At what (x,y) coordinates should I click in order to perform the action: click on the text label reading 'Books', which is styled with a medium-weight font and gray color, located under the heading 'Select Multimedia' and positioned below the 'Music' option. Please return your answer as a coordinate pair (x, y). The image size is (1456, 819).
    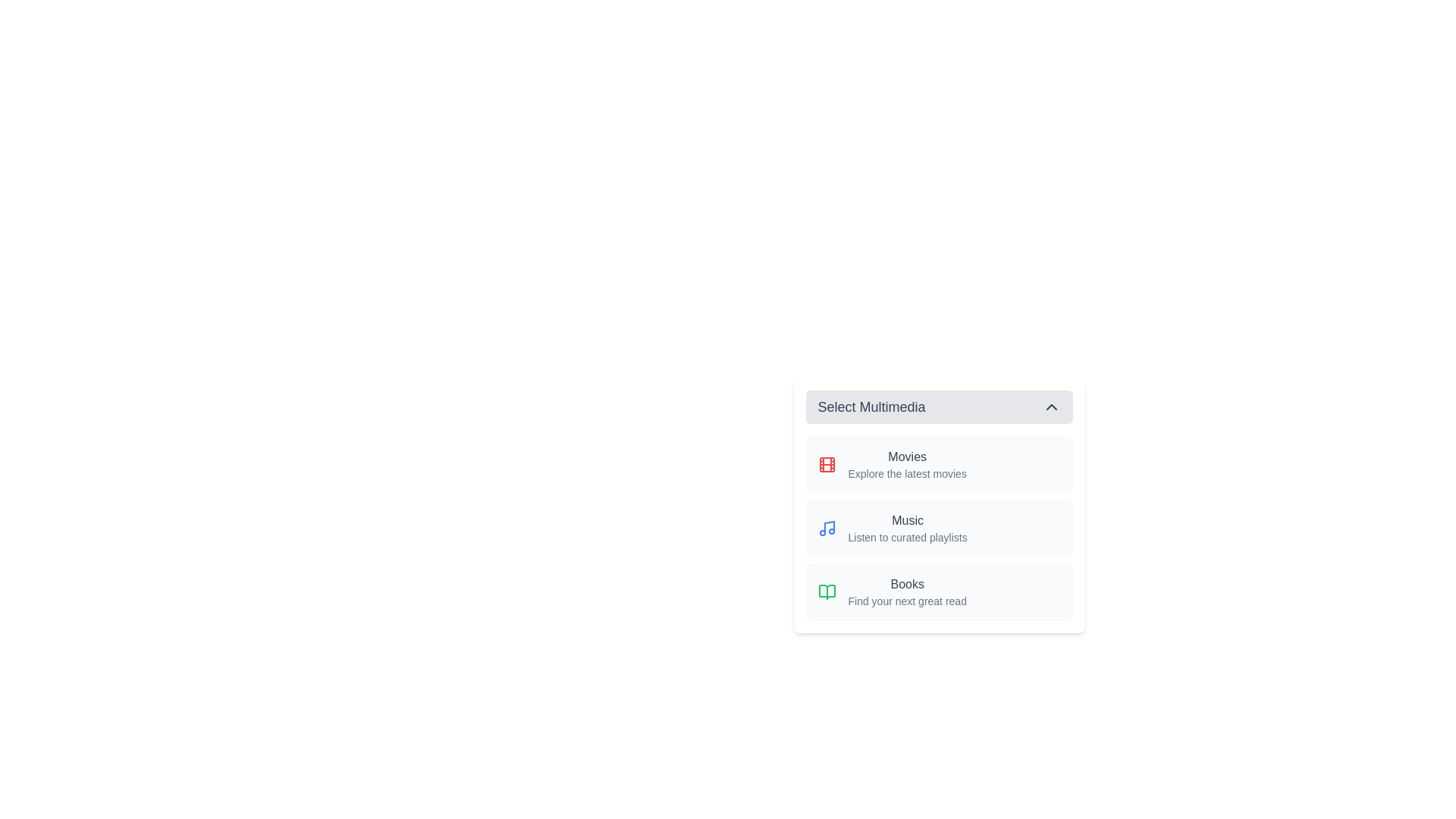
    Looking at the image, I should click on (907, 584).